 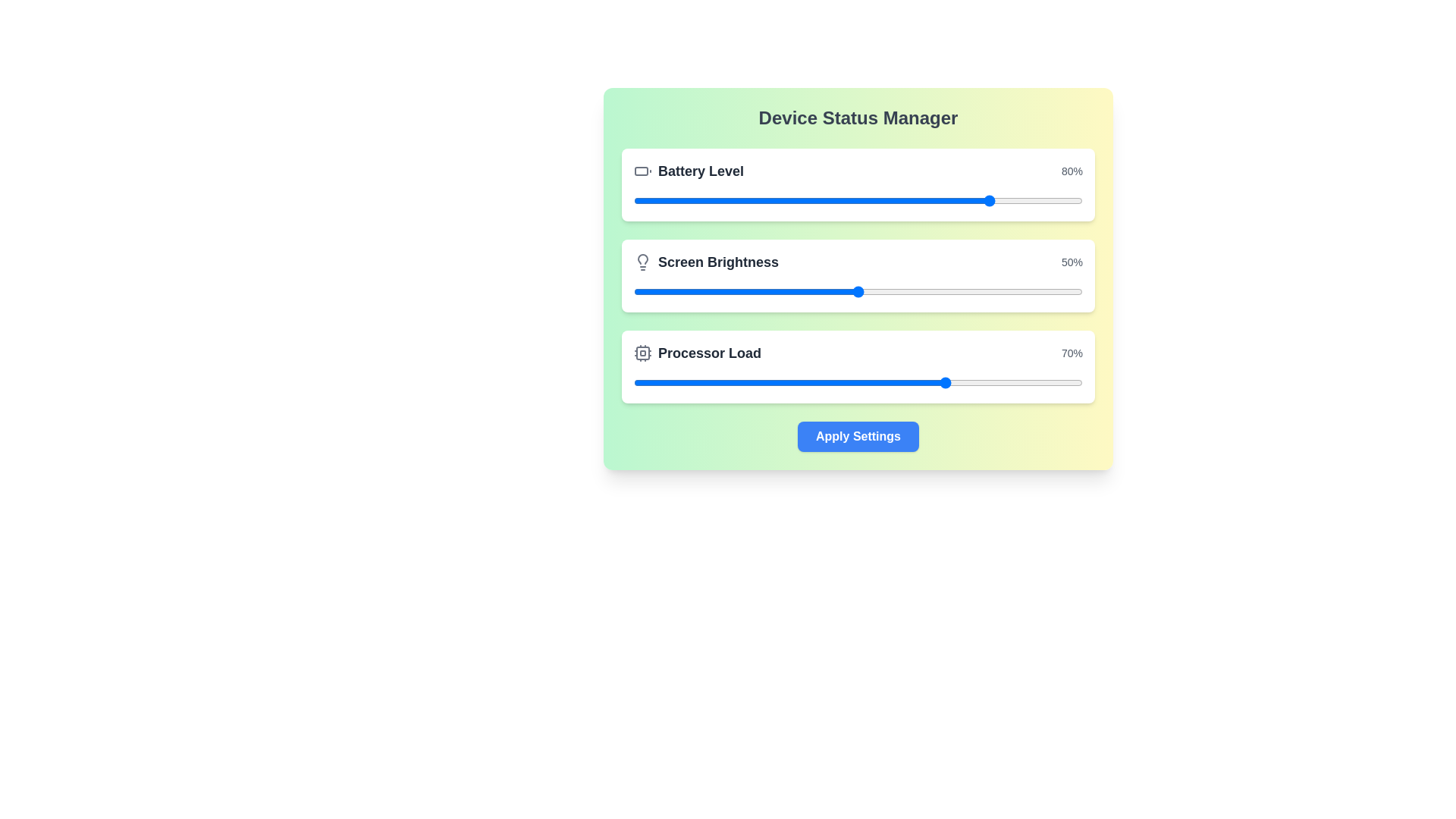 I want to click on the SVG rectangle representing the 'Processor Load' graphical decoration, which is positioned next to the 'Processor Load' label and progress bar, so click(x=643, y=353).